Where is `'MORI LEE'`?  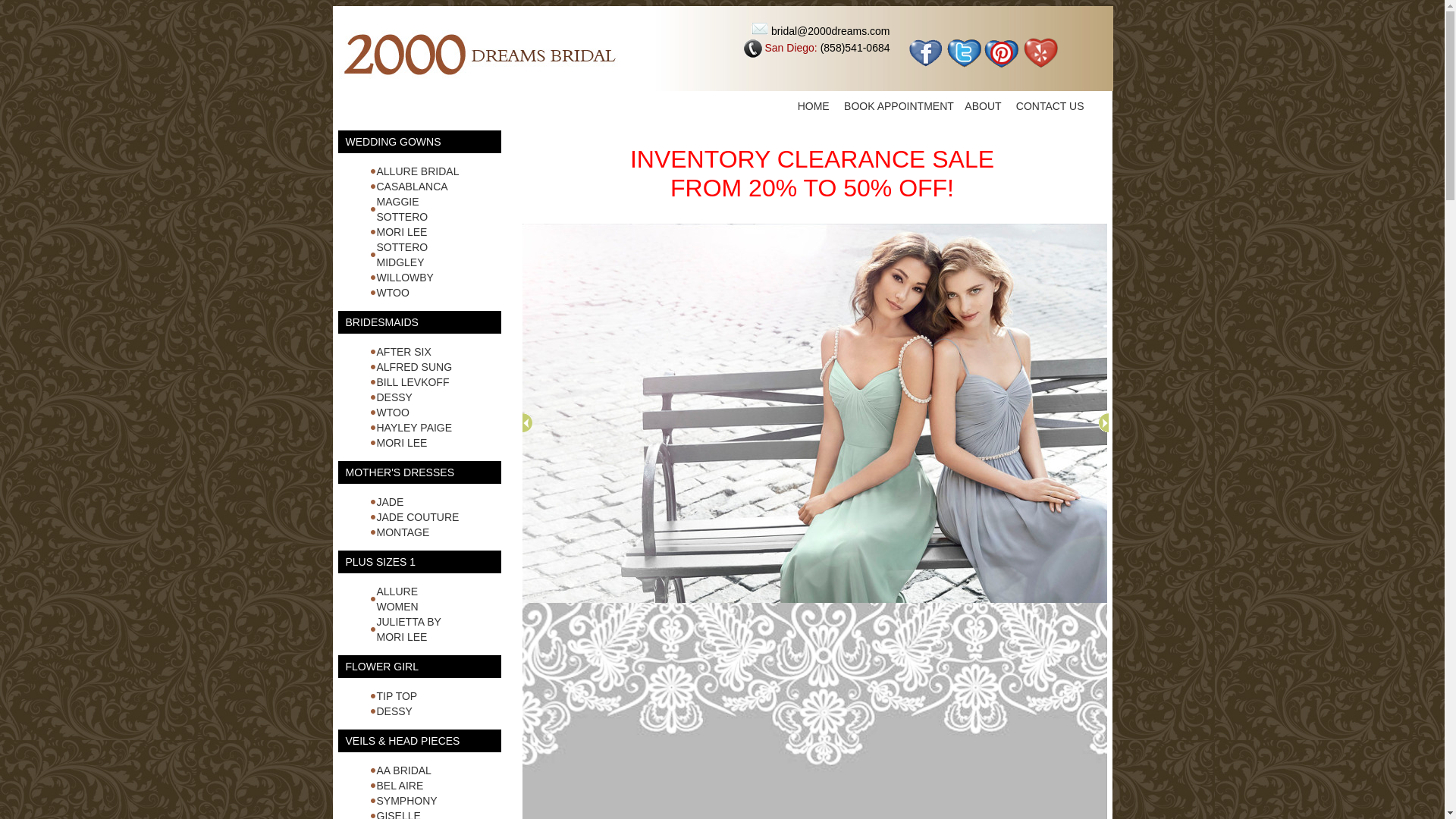
'MORI LEE' is located at coordinates (401, 231).